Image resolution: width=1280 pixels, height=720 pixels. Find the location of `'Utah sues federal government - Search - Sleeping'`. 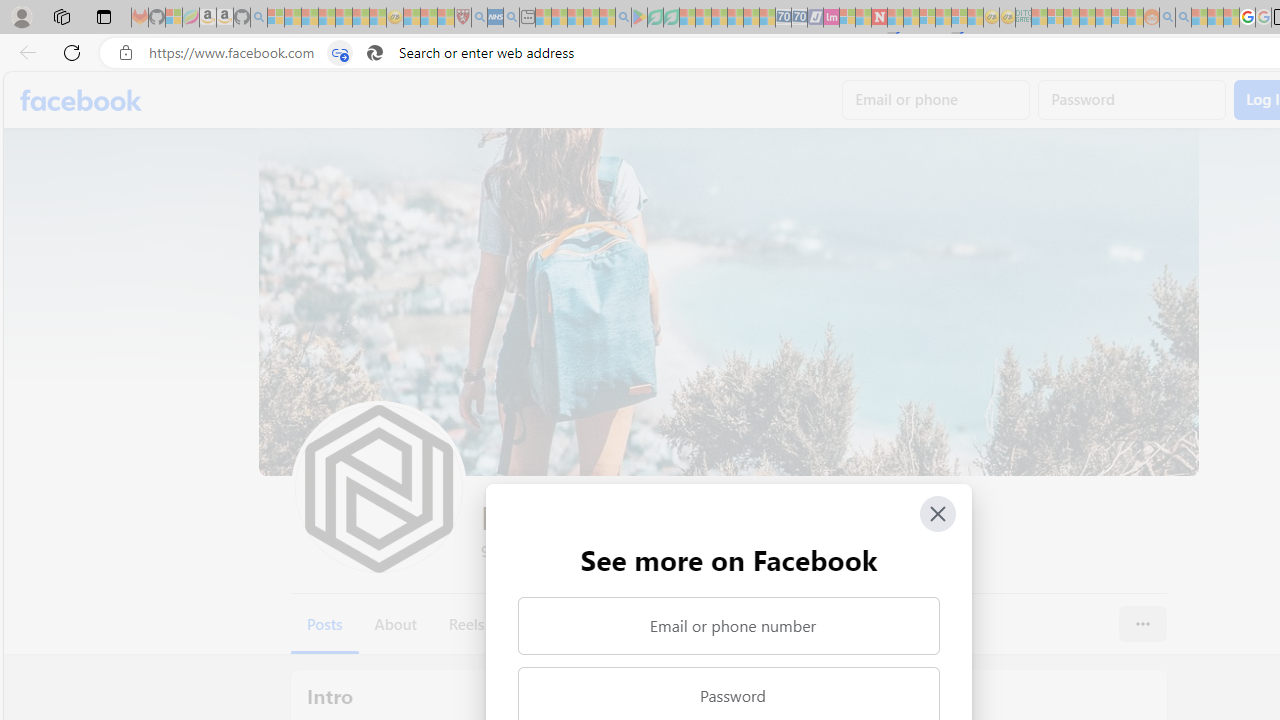

'Utah sues federal government - Search - Sleeping' is located at coordinates (1184, 17).